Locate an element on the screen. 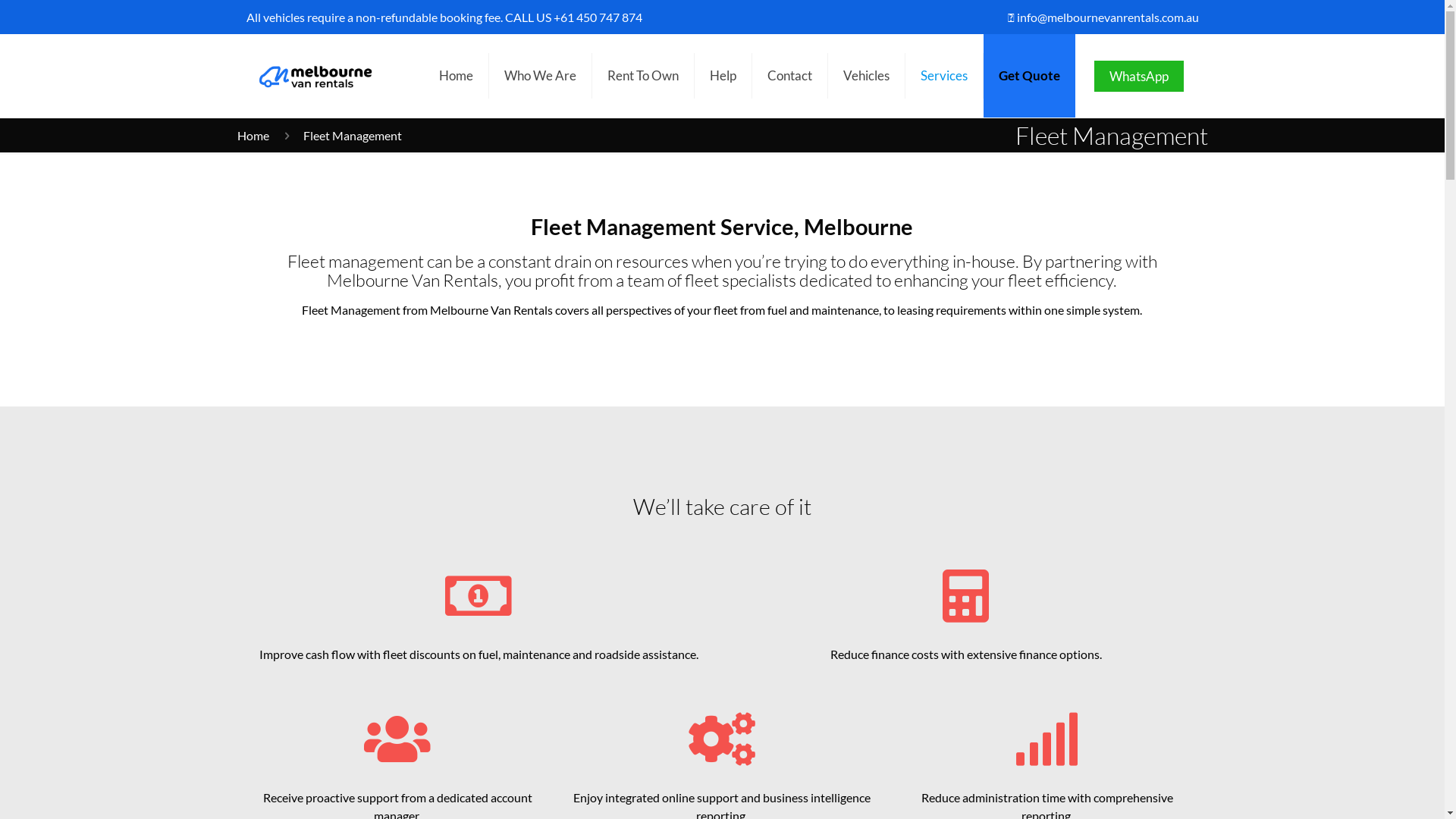 The width and height of the screenshot is (1456, 819). '+61 450 747 874' is located at coordinates (597, 17).